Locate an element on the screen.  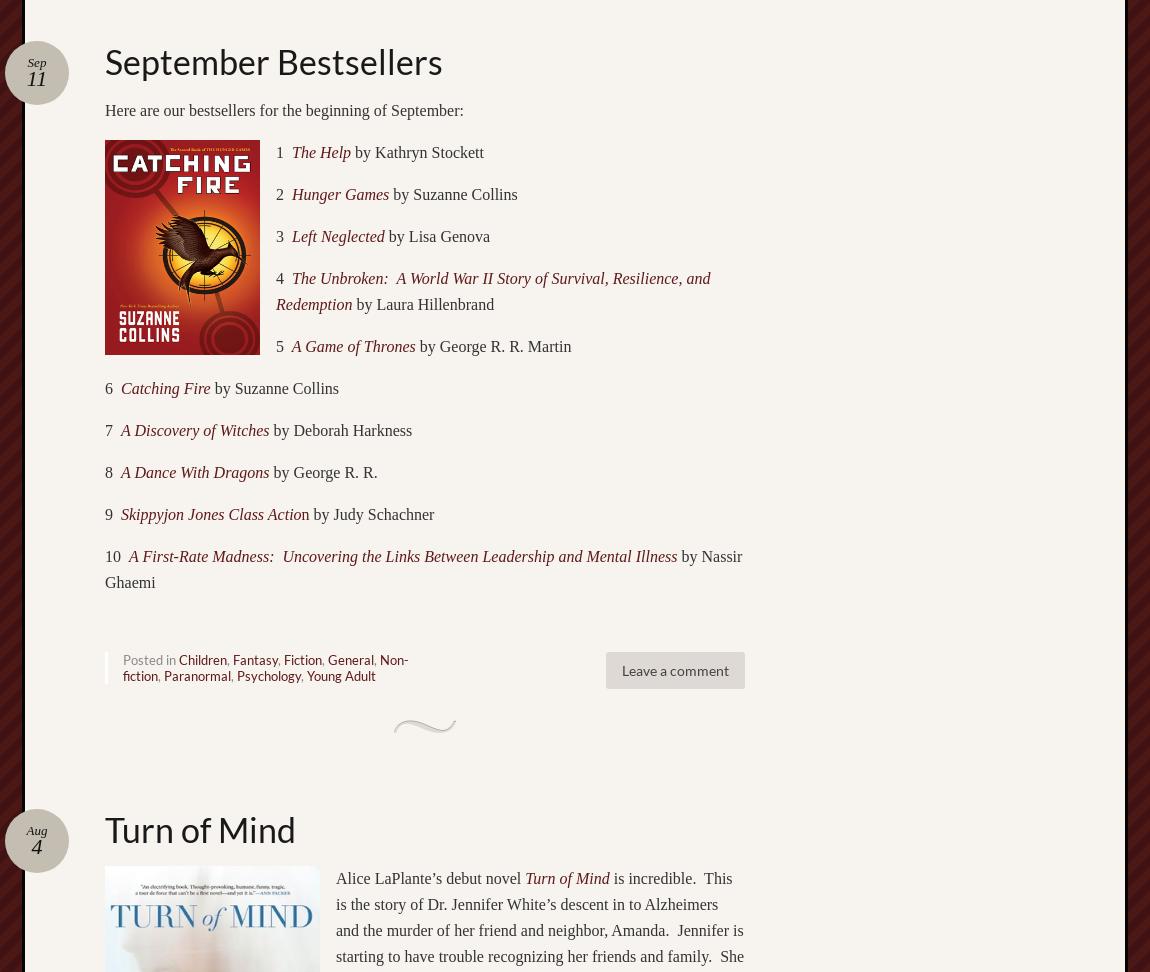
'by Nassir Ghaemi' is located at coordinates (423, 567).